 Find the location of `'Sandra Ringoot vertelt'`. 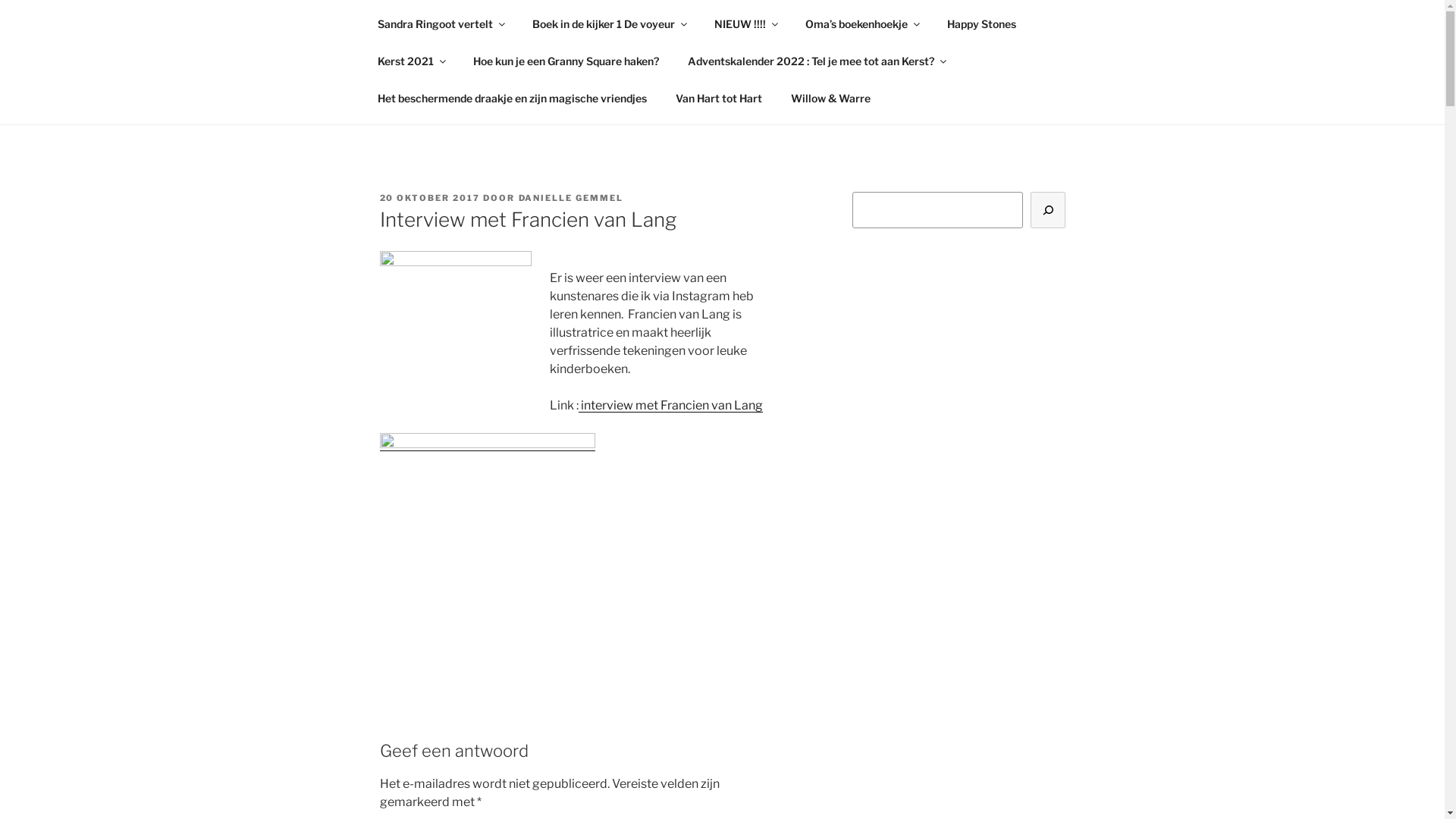

'Sandra Ringoot vertelt' is located at coordinates (364, 23).